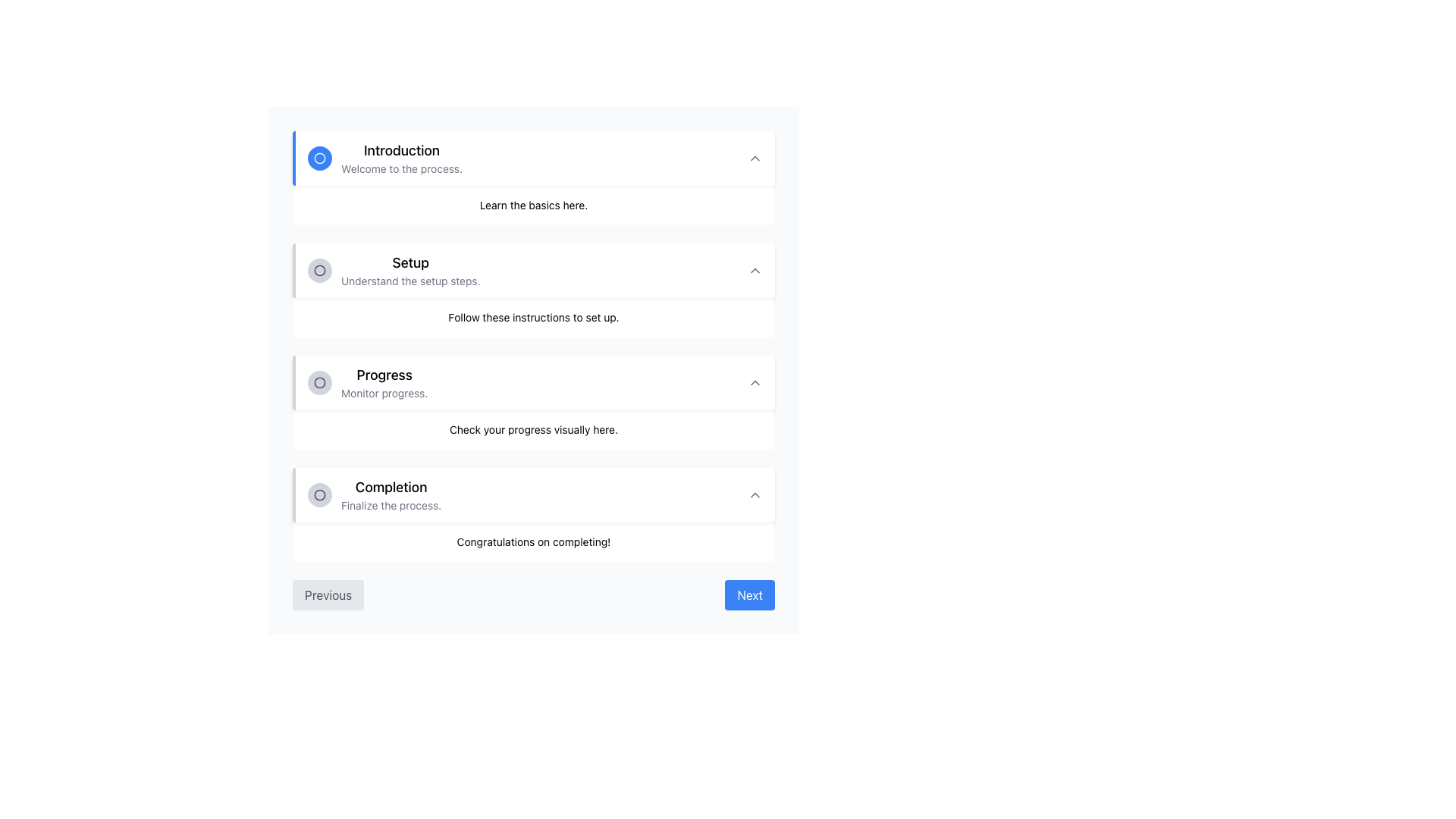 Image resolution: width=1456 pixels, height=819 pixels. I want to click on the decorative circle icon in the second step titled 'Setup' within the vertical stepper interface, so click(319, 382).